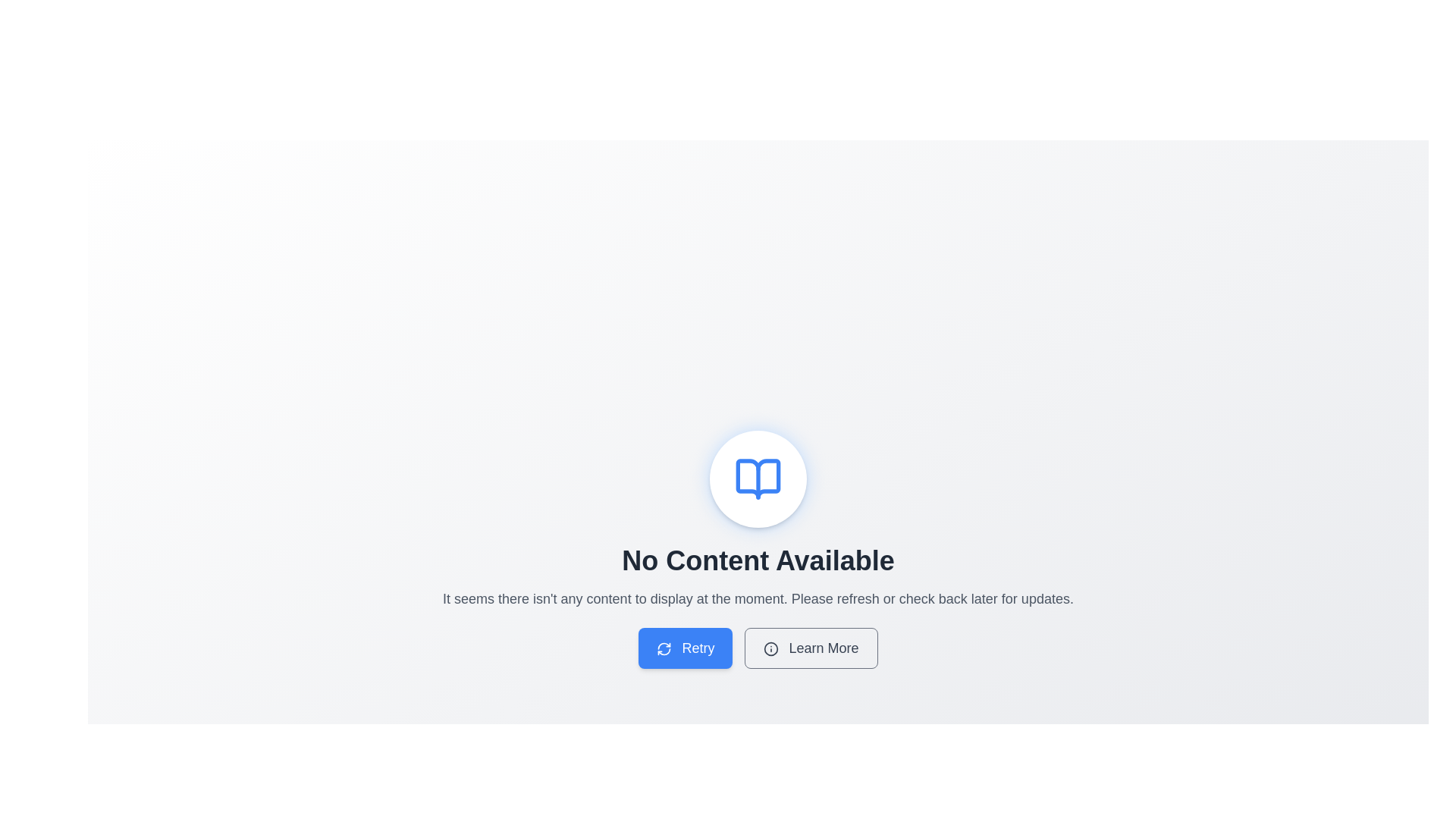 The image size is (1456, 819). What do you see at coordinates (811, 648) in the screenshot?
I see `the informational button located at the bottom center of the page, to the right of the 'Retry' button, which provides more details about the message indicating 'No Content Available.'` at bounding box center [811, 648].